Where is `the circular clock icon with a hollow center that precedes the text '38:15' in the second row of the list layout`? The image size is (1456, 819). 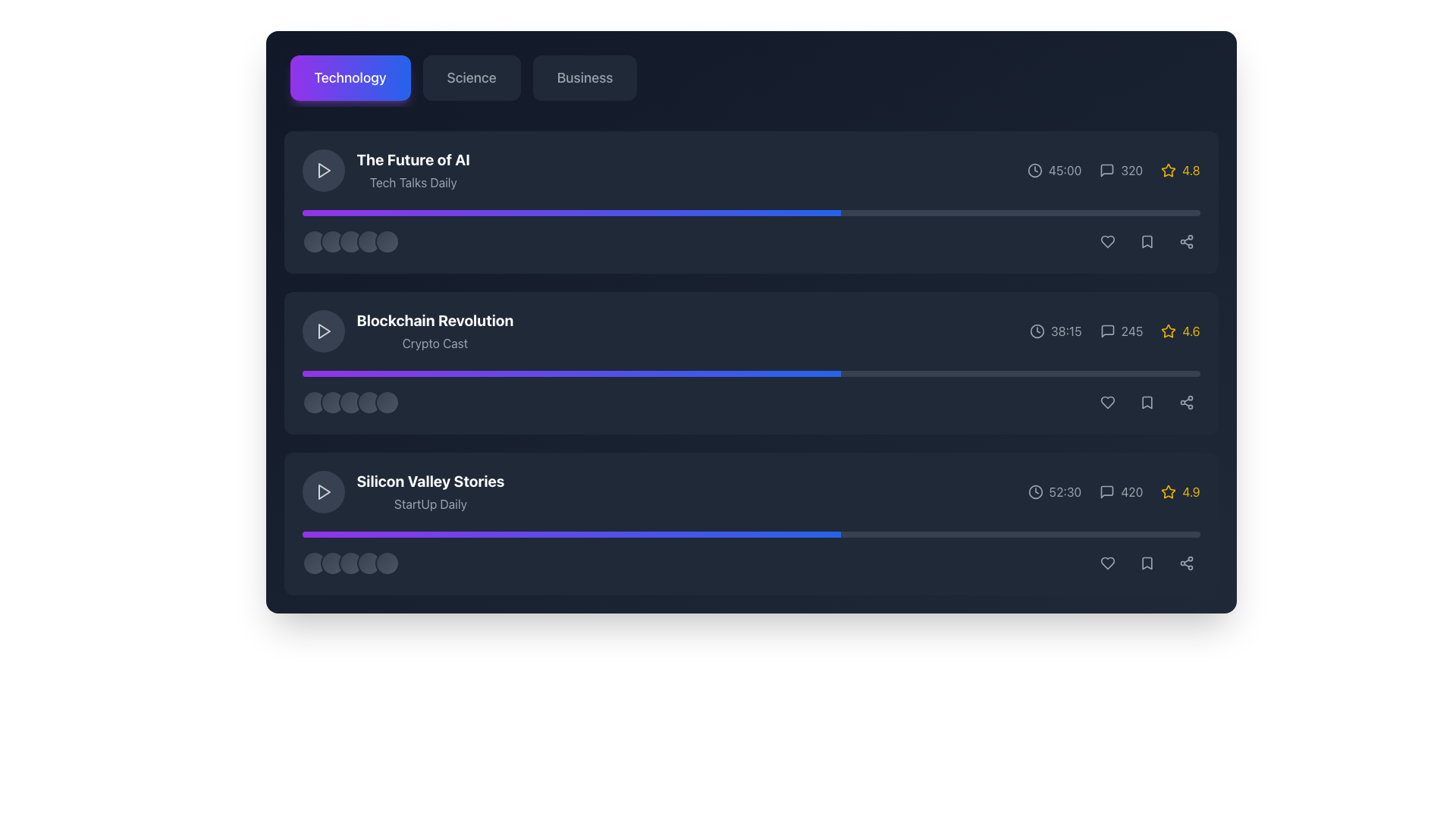
the circular clock icon with a hollow center that precedes the text '38:15' in the second row of the list layout is located at coordinates (1037, 330).